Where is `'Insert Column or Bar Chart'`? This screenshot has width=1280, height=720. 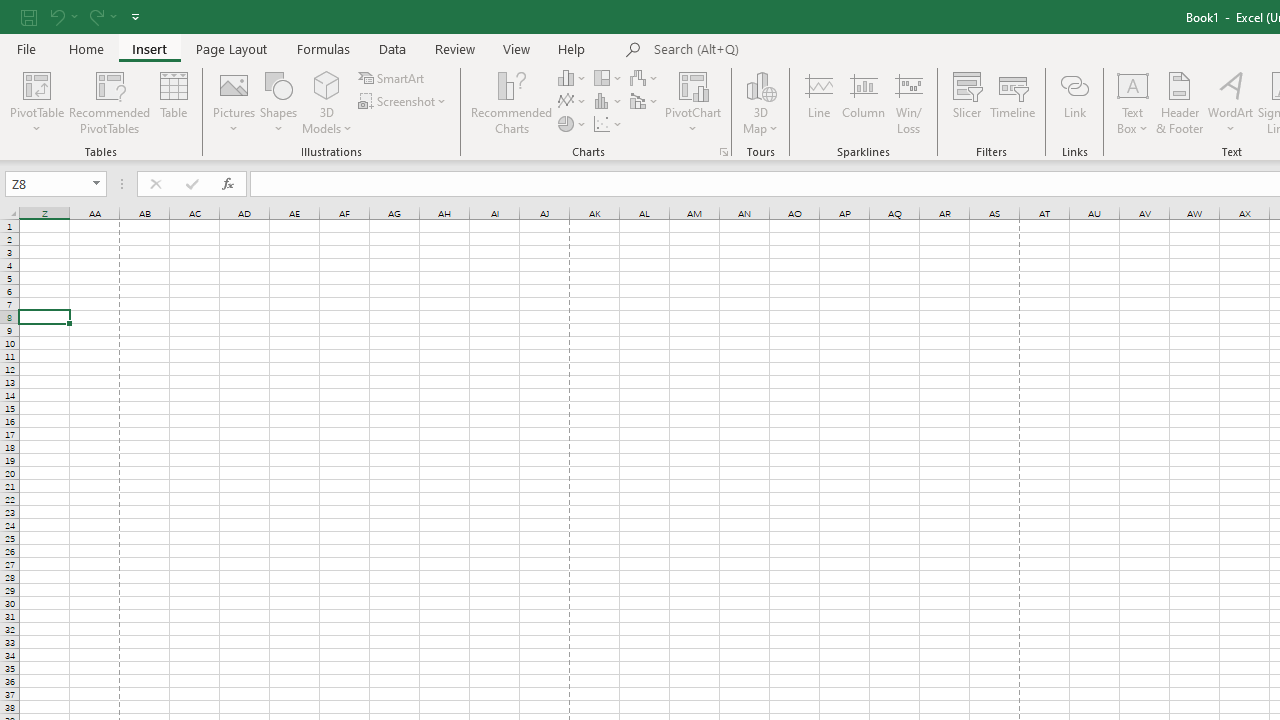 'Insert Column or Bar Chart' is located at coordinates (572, 77).